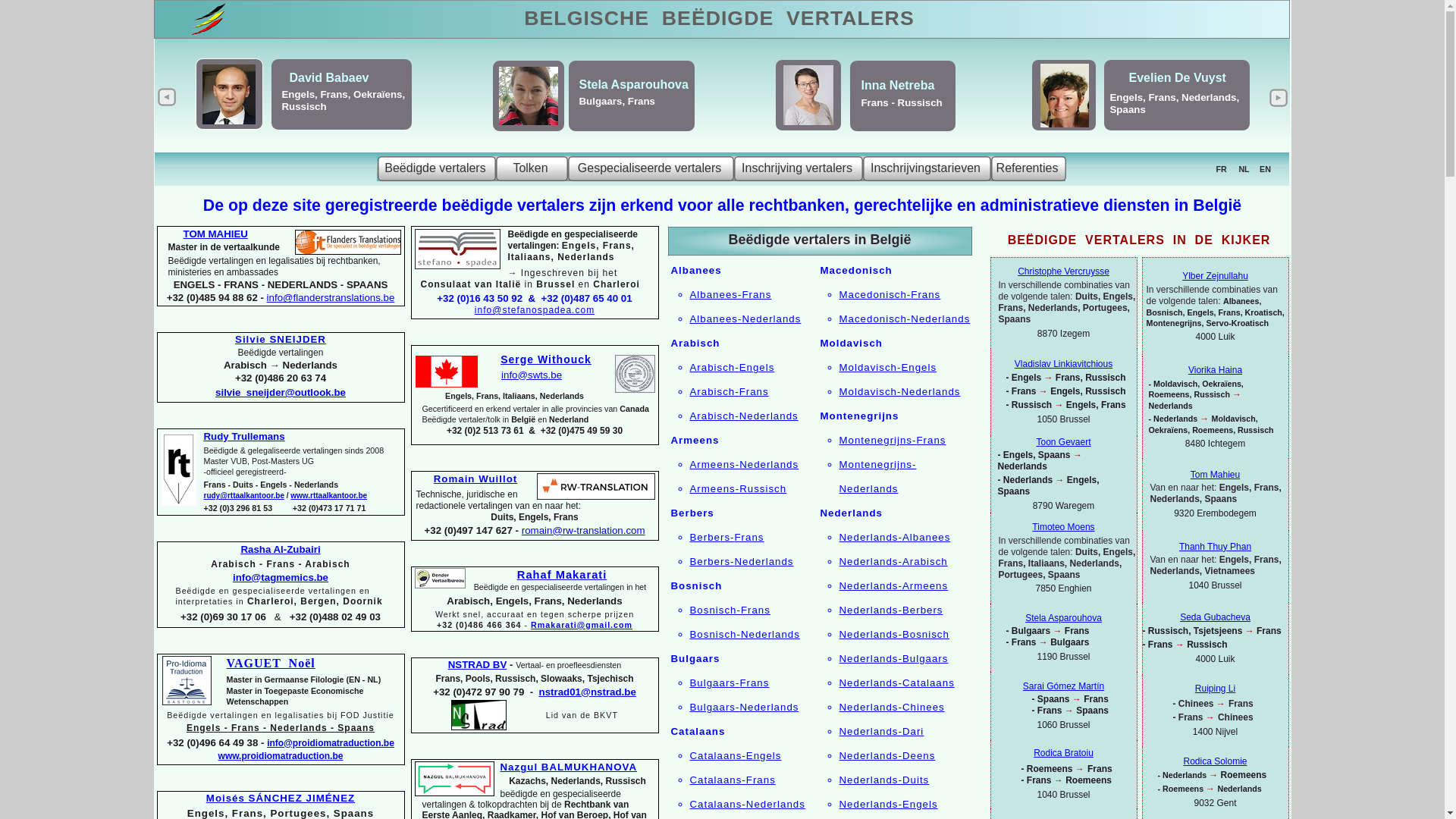 This screenshot has height=819, width=1456. I want to click on 'Montenegrijns-Frans', so click(892, 440).